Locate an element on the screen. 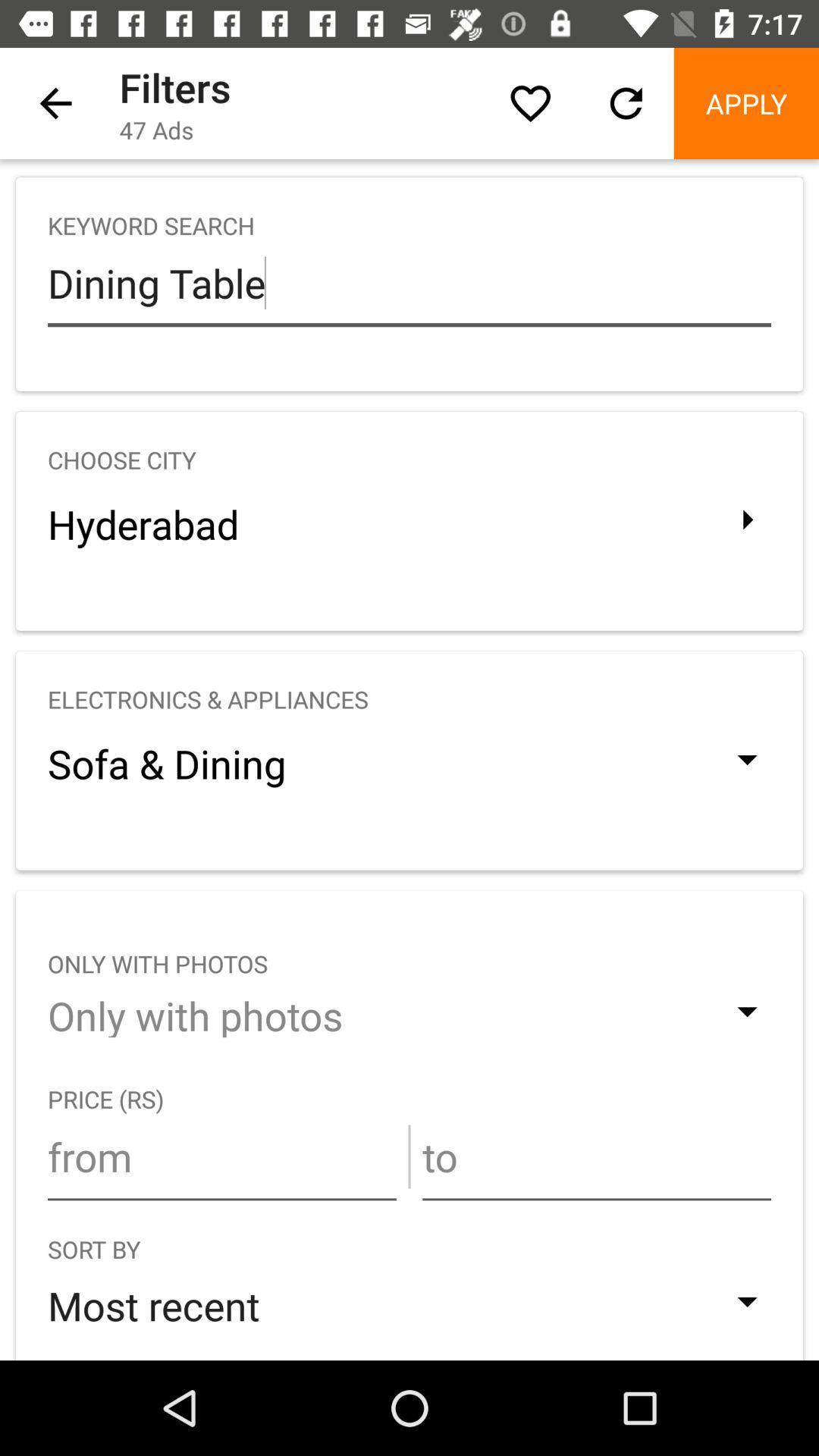  item above the keyword search is located at coordinates (529, 102).